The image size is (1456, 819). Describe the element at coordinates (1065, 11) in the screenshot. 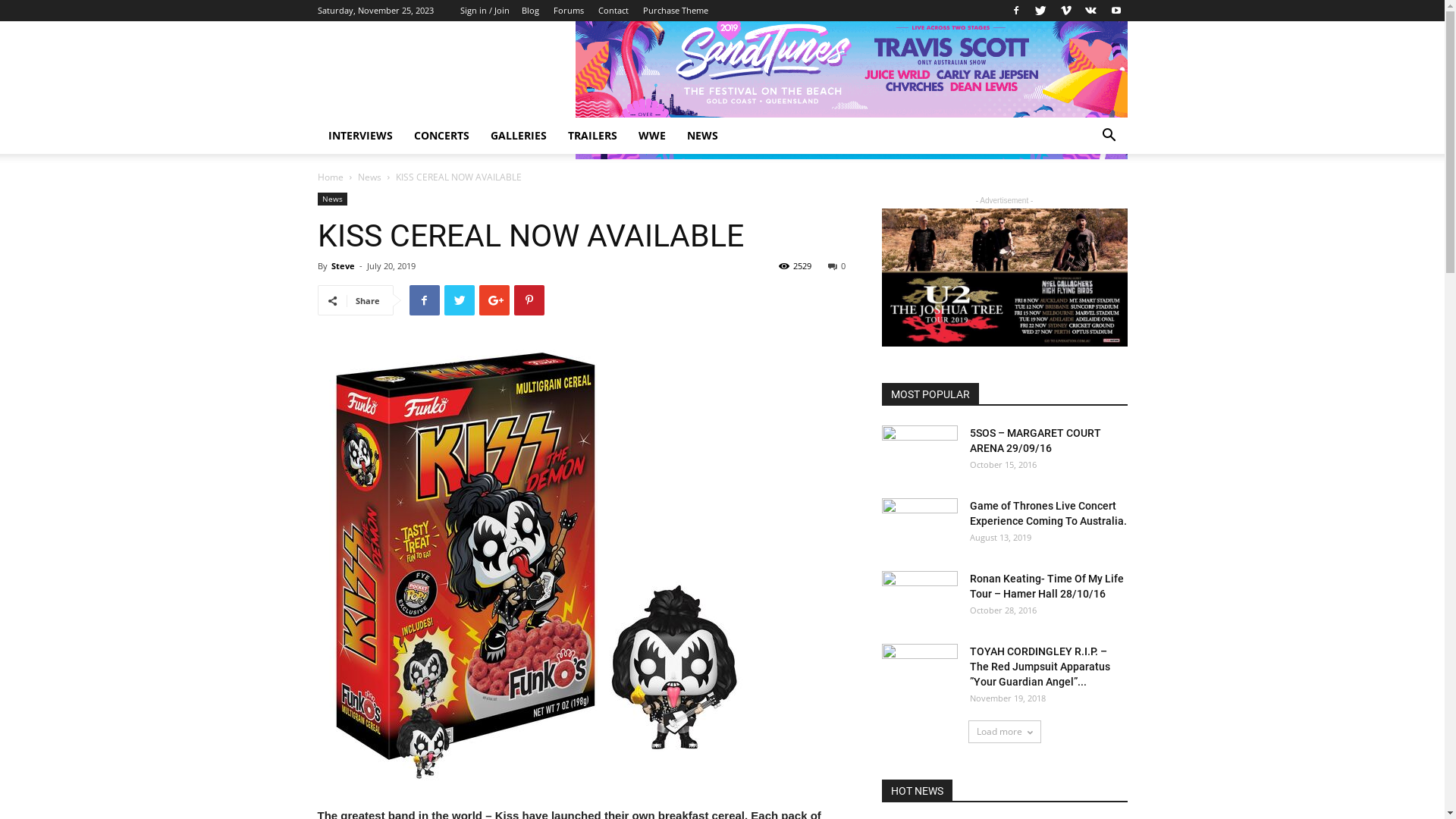

I see `'Vimeo'` at that location.